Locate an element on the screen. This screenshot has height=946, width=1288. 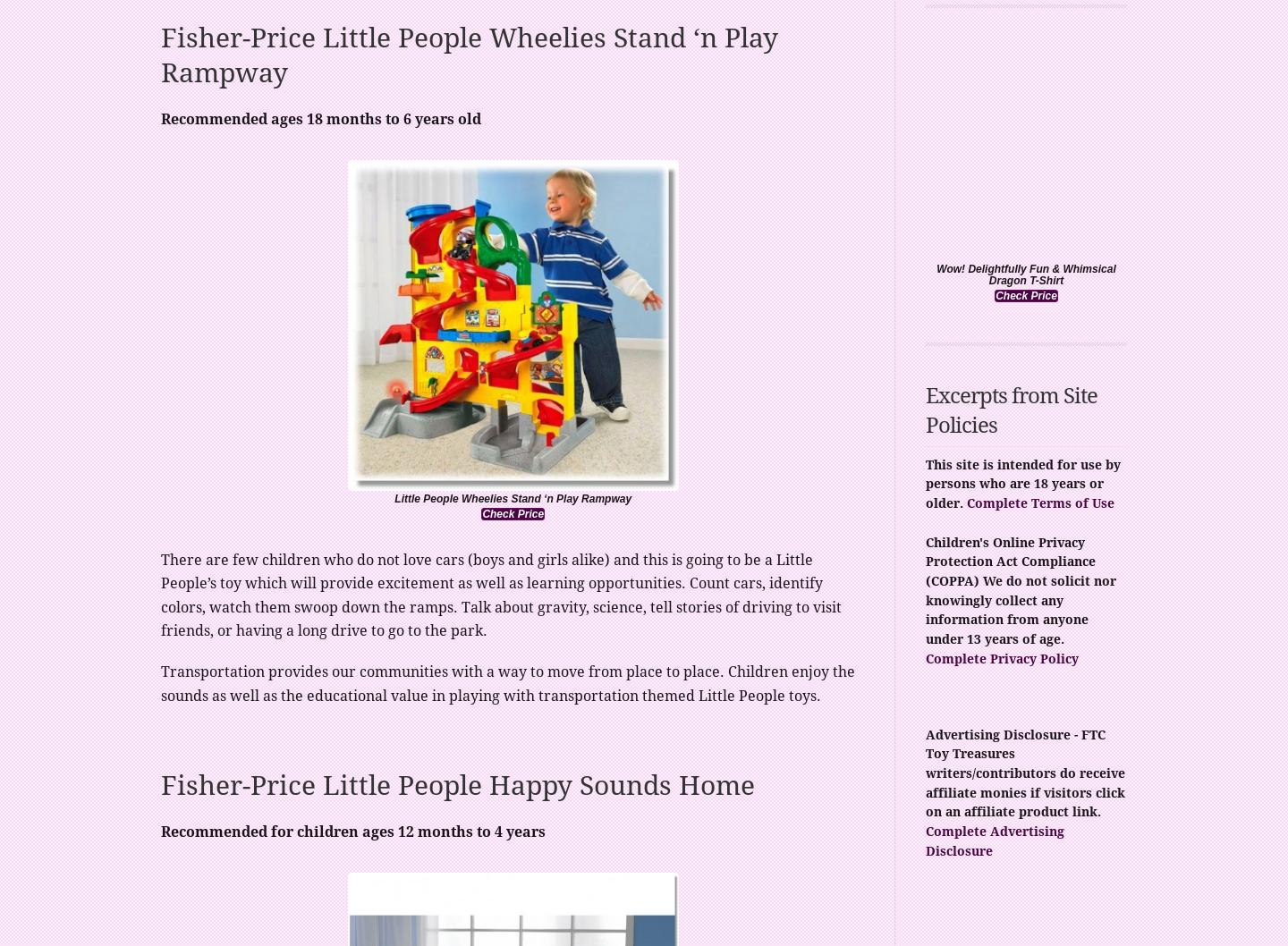
'Advertising Disclosure - FTC Toy Treasures writers/contributors do receive affiliate monies if visitors click on an affiliate product link.' is located at coordinates (926, 772).